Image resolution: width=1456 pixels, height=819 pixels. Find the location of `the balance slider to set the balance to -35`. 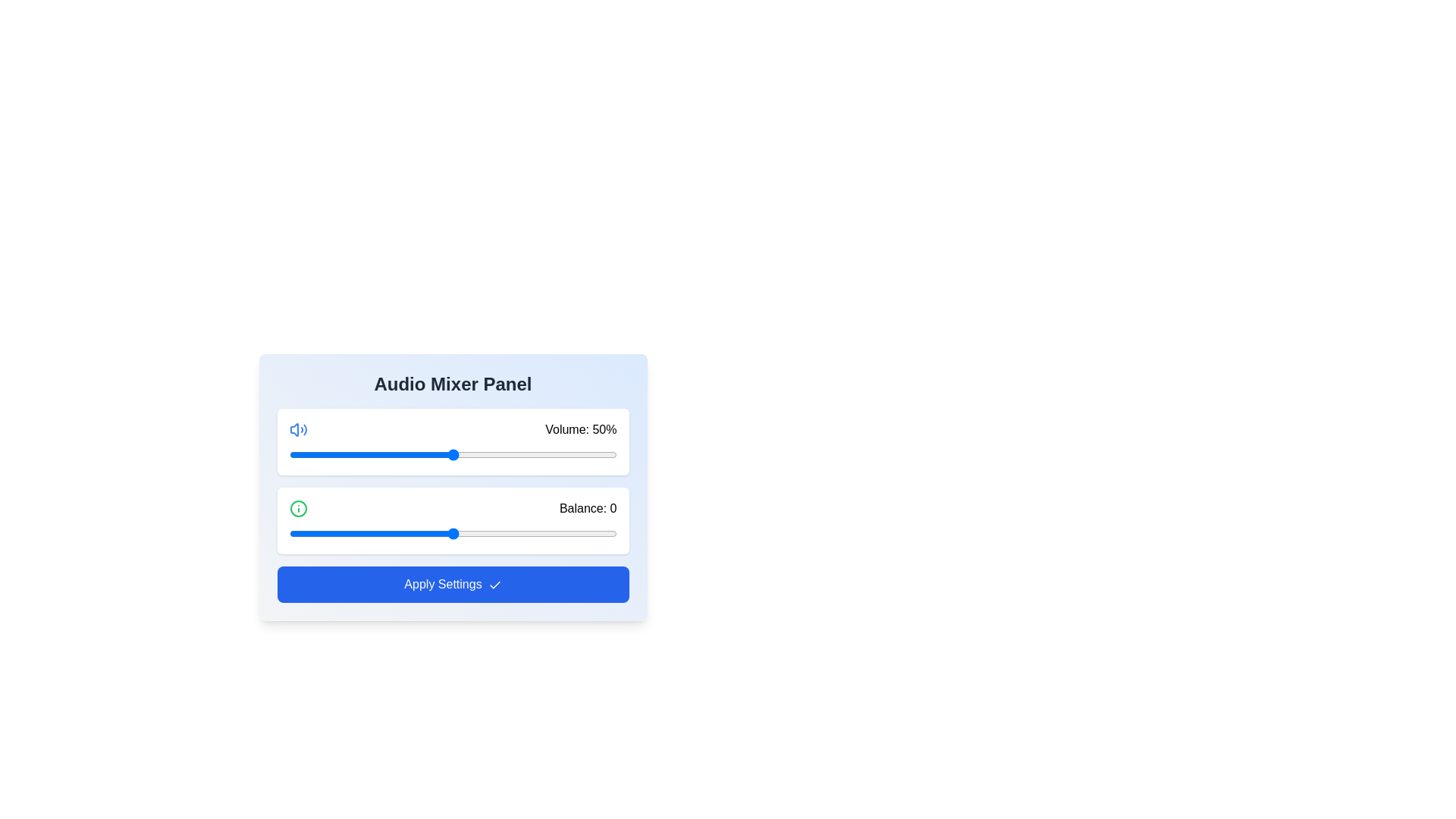

the balance slider to set the balance to -35 is located at coordinates (337, 533).